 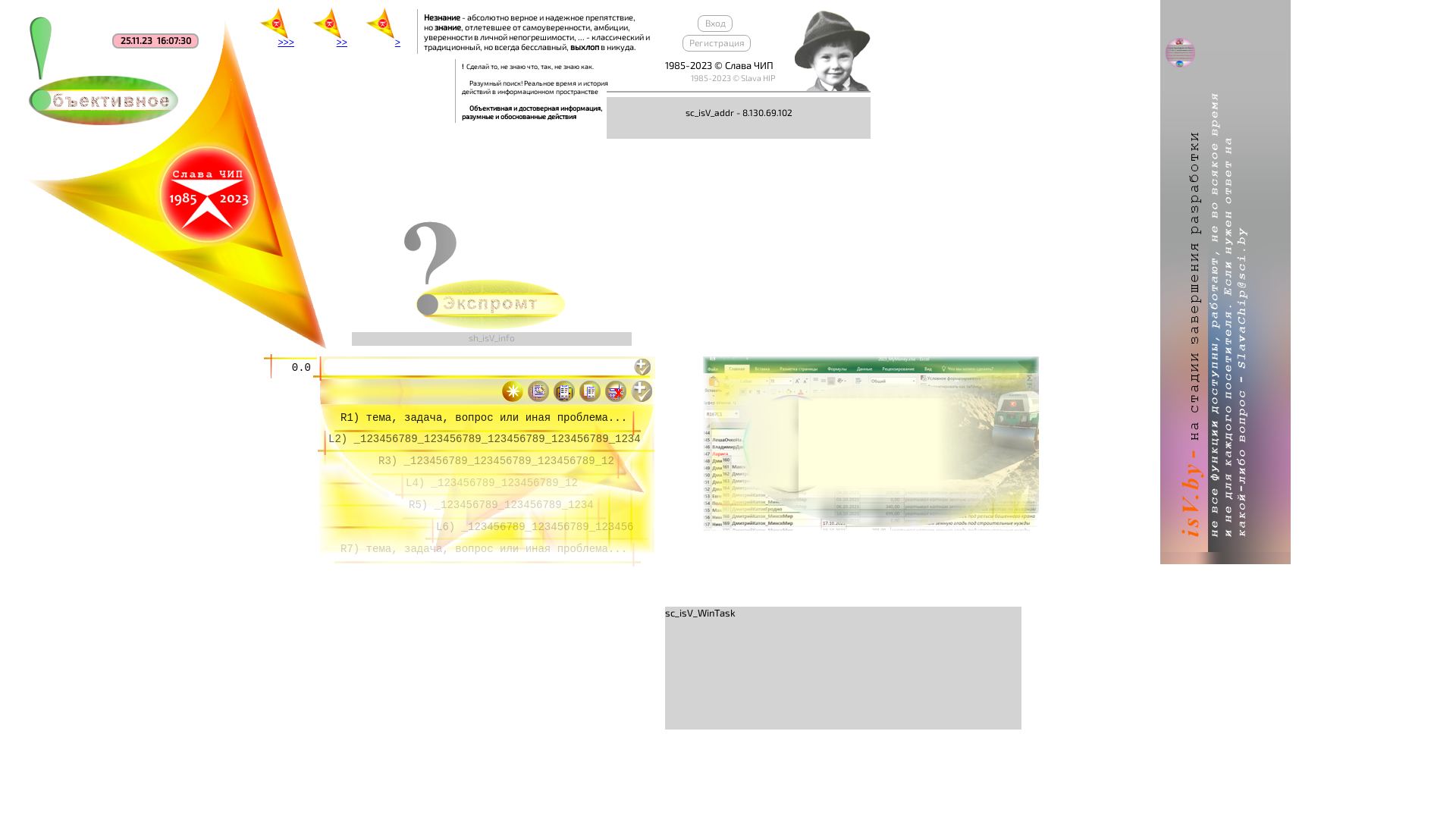 What do you see at coordinates (341, 58) in the screenshot?
I see `'>>'` at bounding box center [341, 58].